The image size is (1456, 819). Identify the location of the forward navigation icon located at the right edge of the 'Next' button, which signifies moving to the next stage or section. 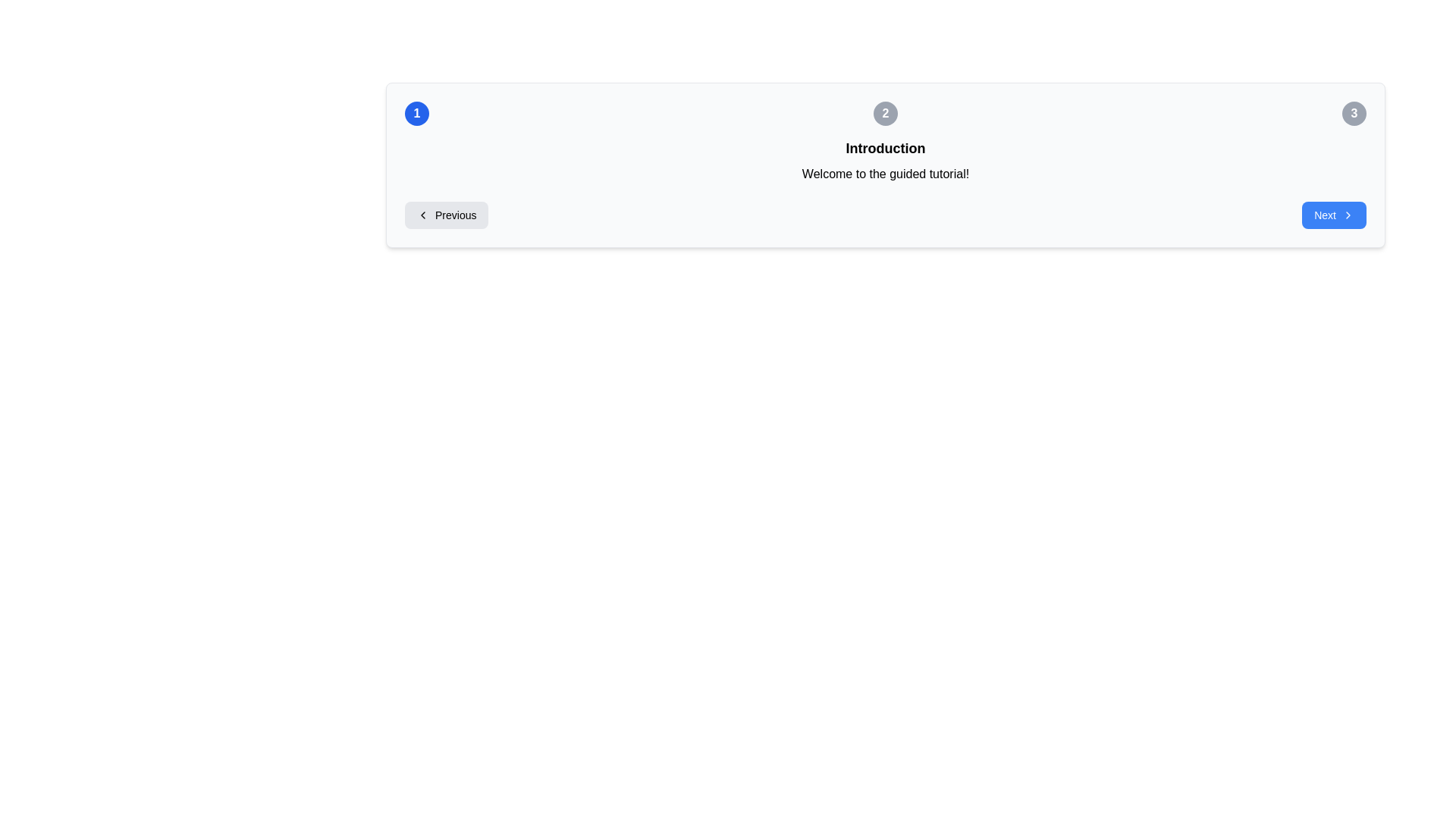
(1348, 215).